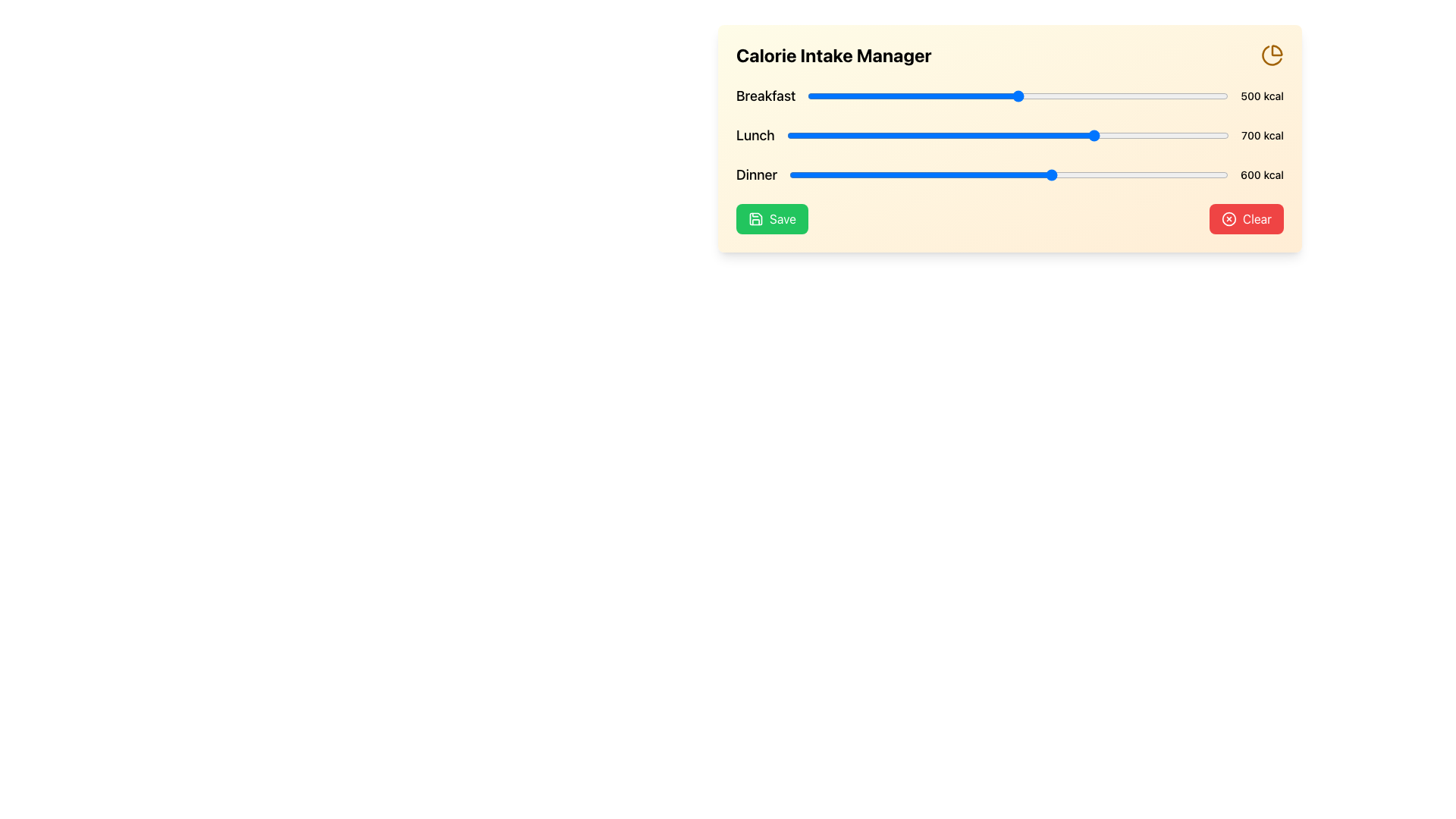  What do you see at coordinates (833, 55) in the screenshot?
I see `the 'Calorie Intake Manager' text label, which is the prominent title in the top-left section of the card-like interface` at bounding box center [833, 55].